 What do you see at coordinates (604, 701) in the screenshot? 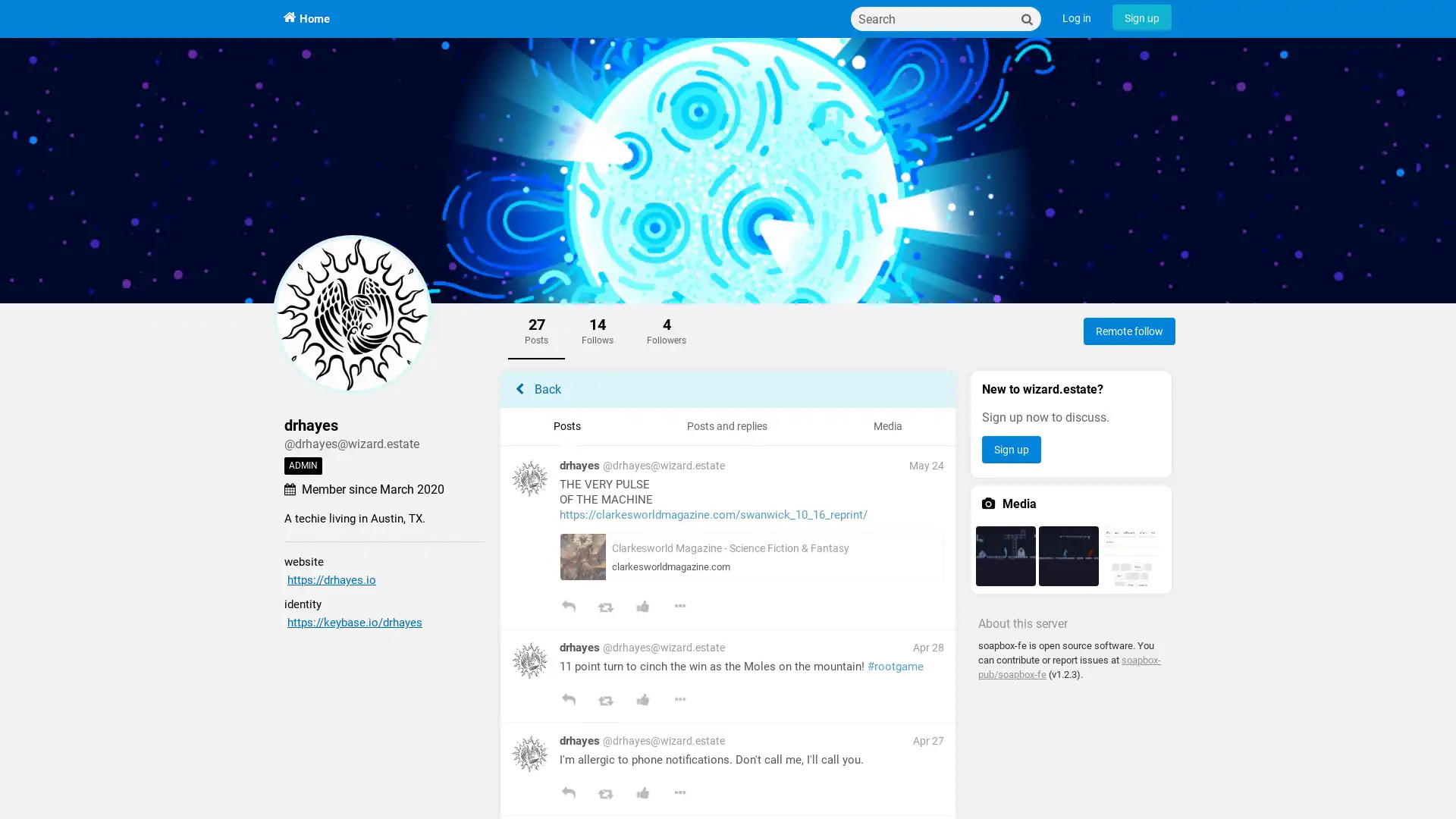
I see `Repost` at bounding box center [604, 701].